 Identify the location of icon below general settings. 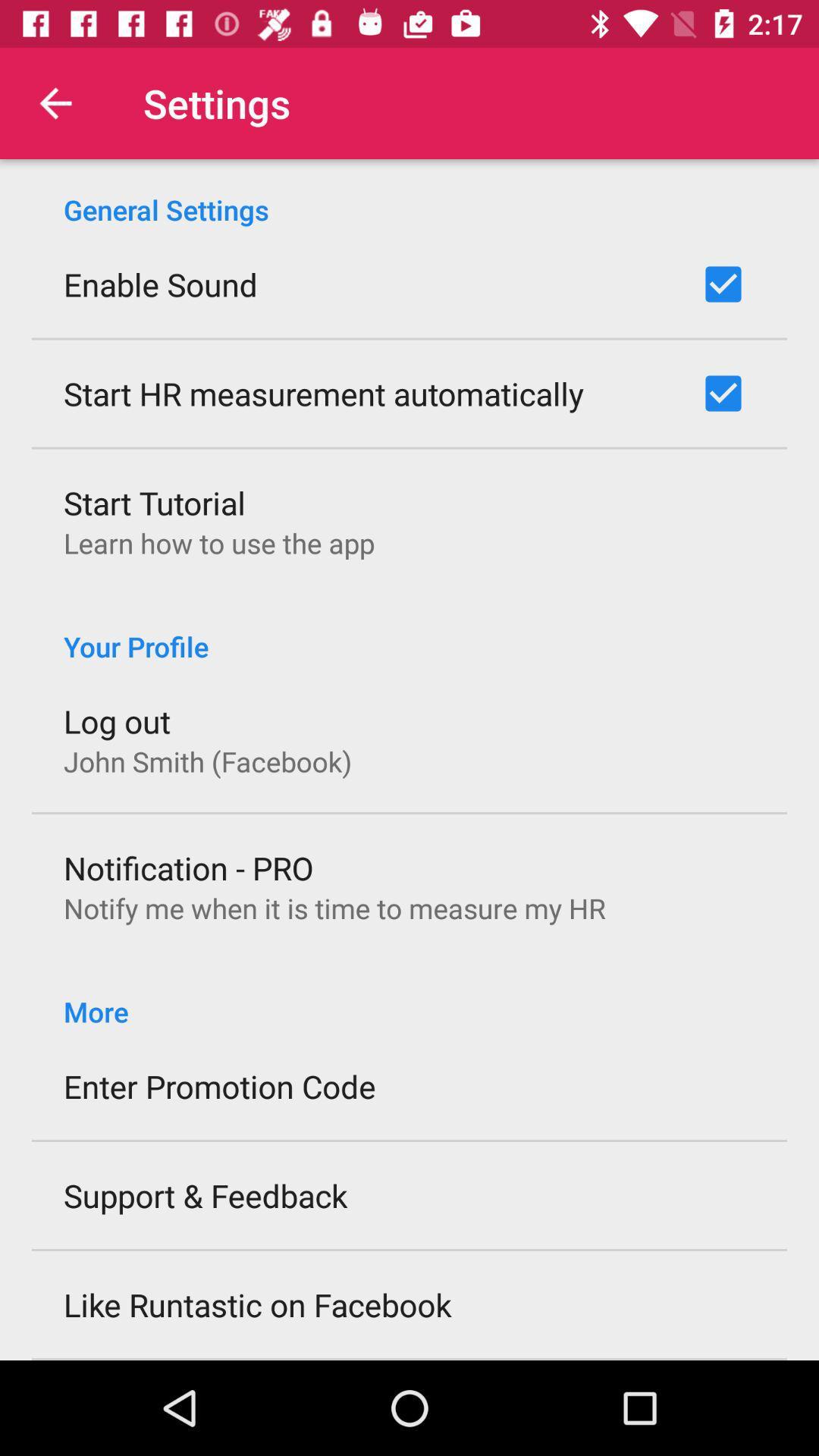
(160, 284).